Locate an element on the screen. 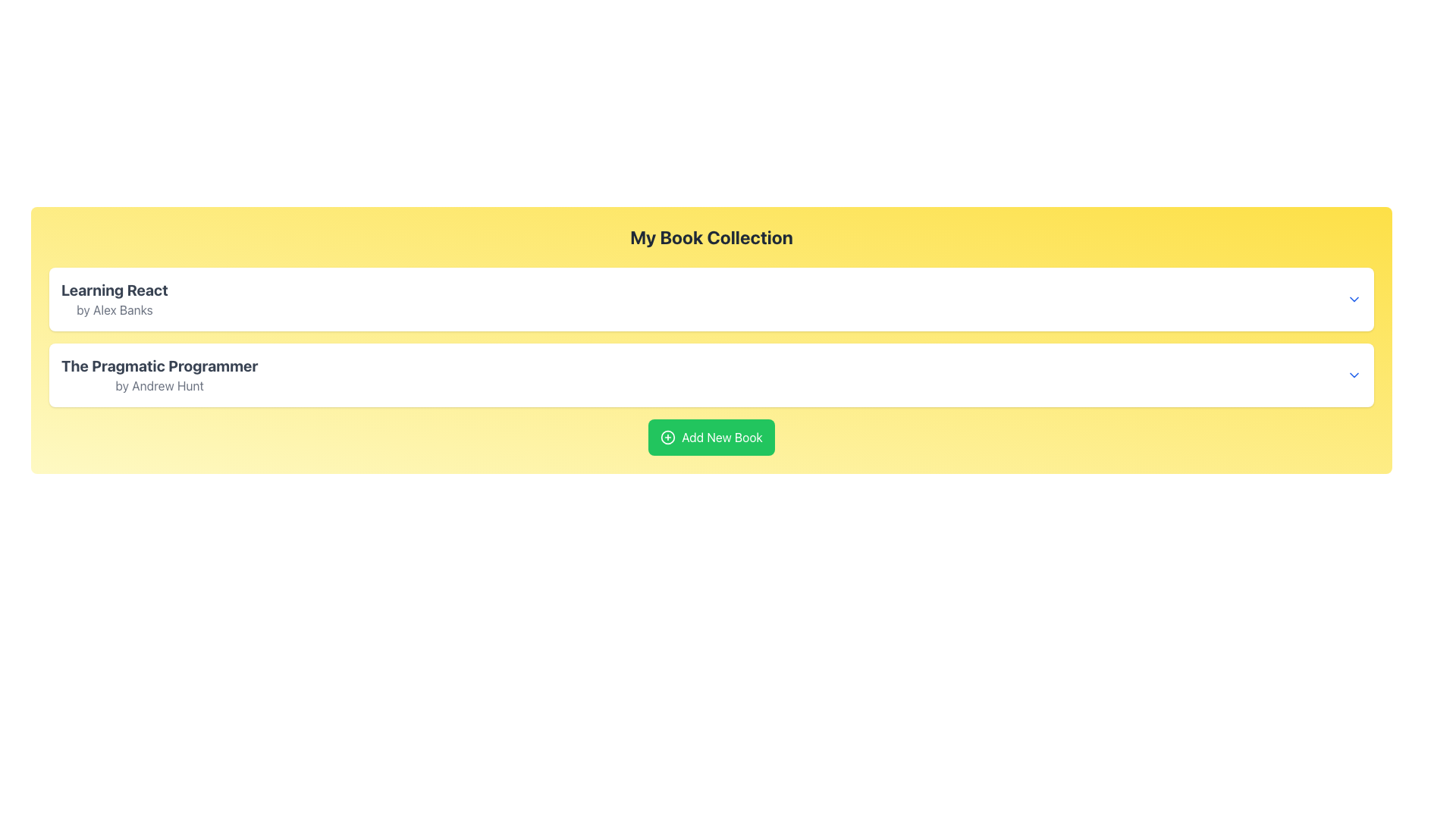 Image resolution: width=1456 pixels, height=819 pixels. the blue chevron dropdown icon located to the right of the 'Learning React' title and 'by Alex Banks' subtitle is located at coordinates (1354, 299).